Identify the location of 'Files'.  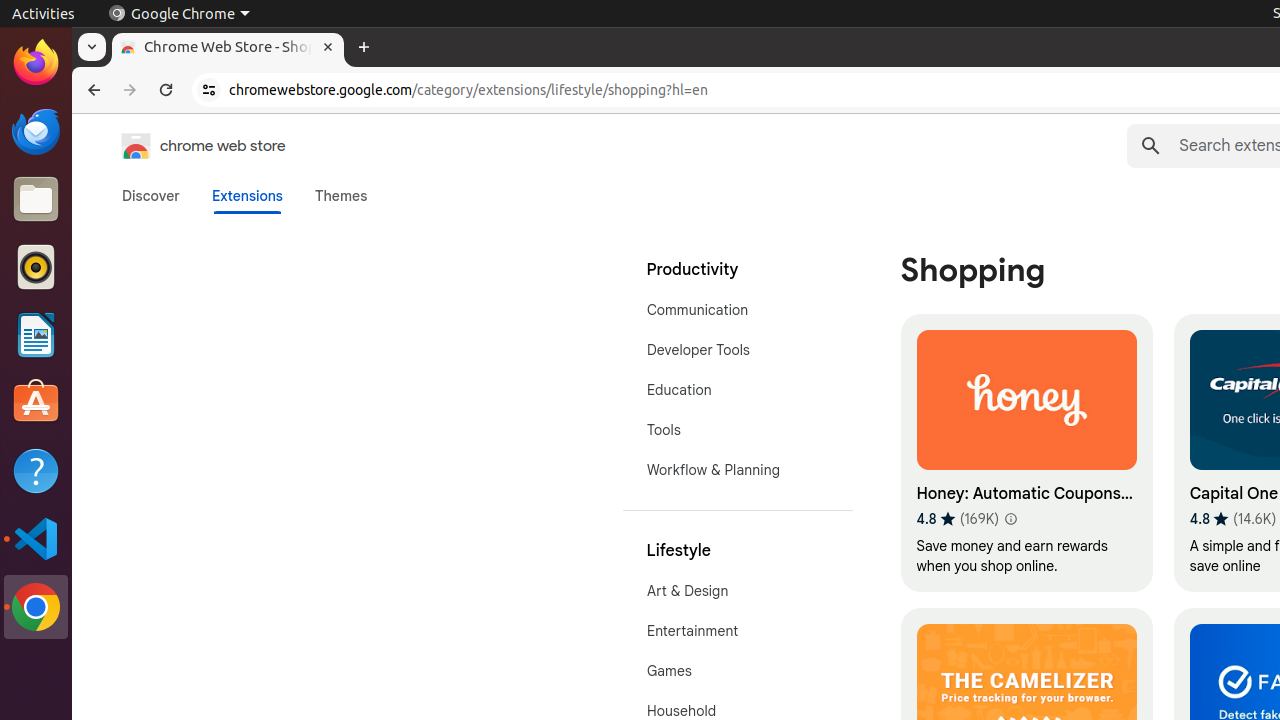
(35, 199).